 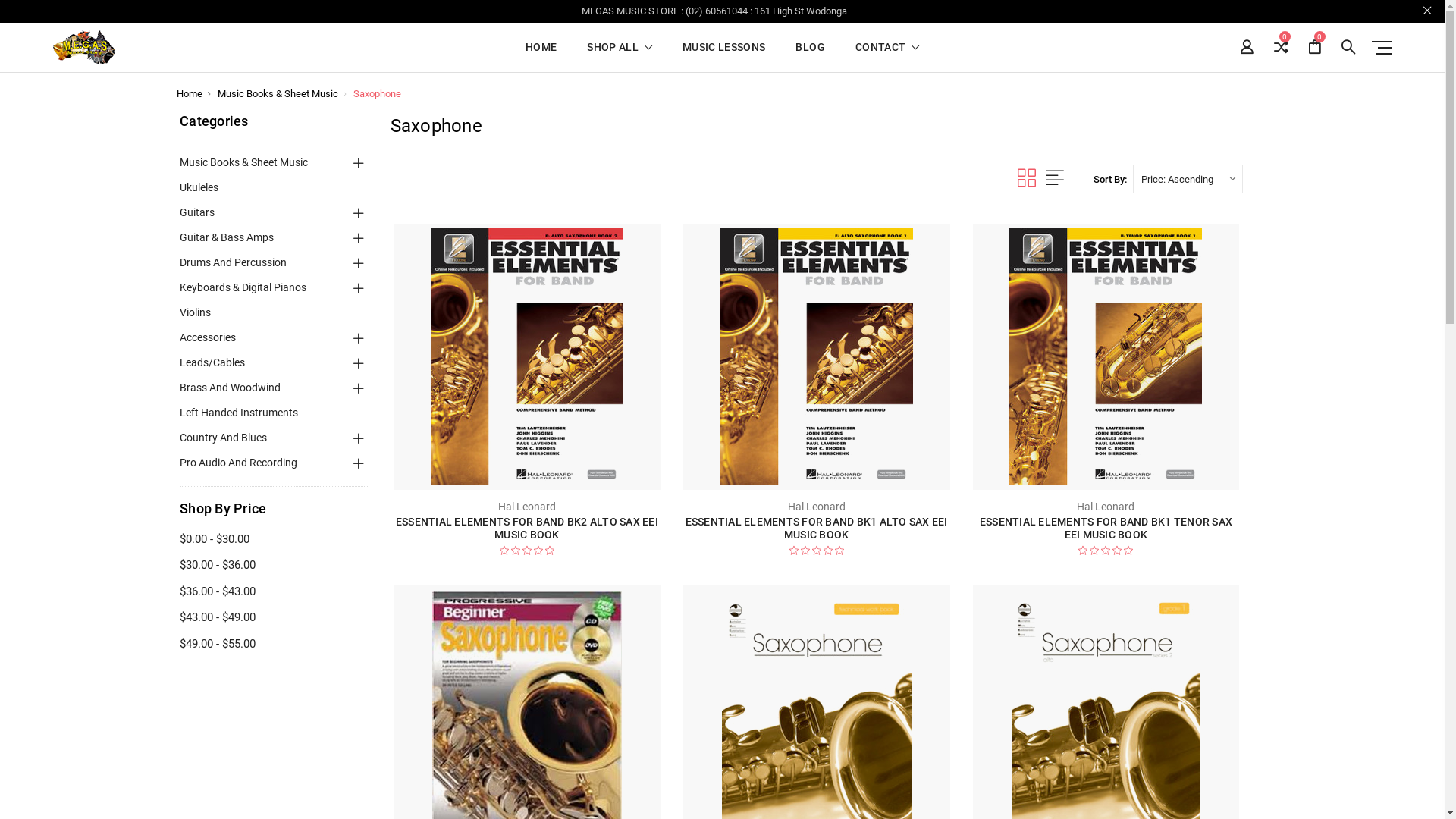 I want to click on 'Saxophone', so click(x=377, y=93).